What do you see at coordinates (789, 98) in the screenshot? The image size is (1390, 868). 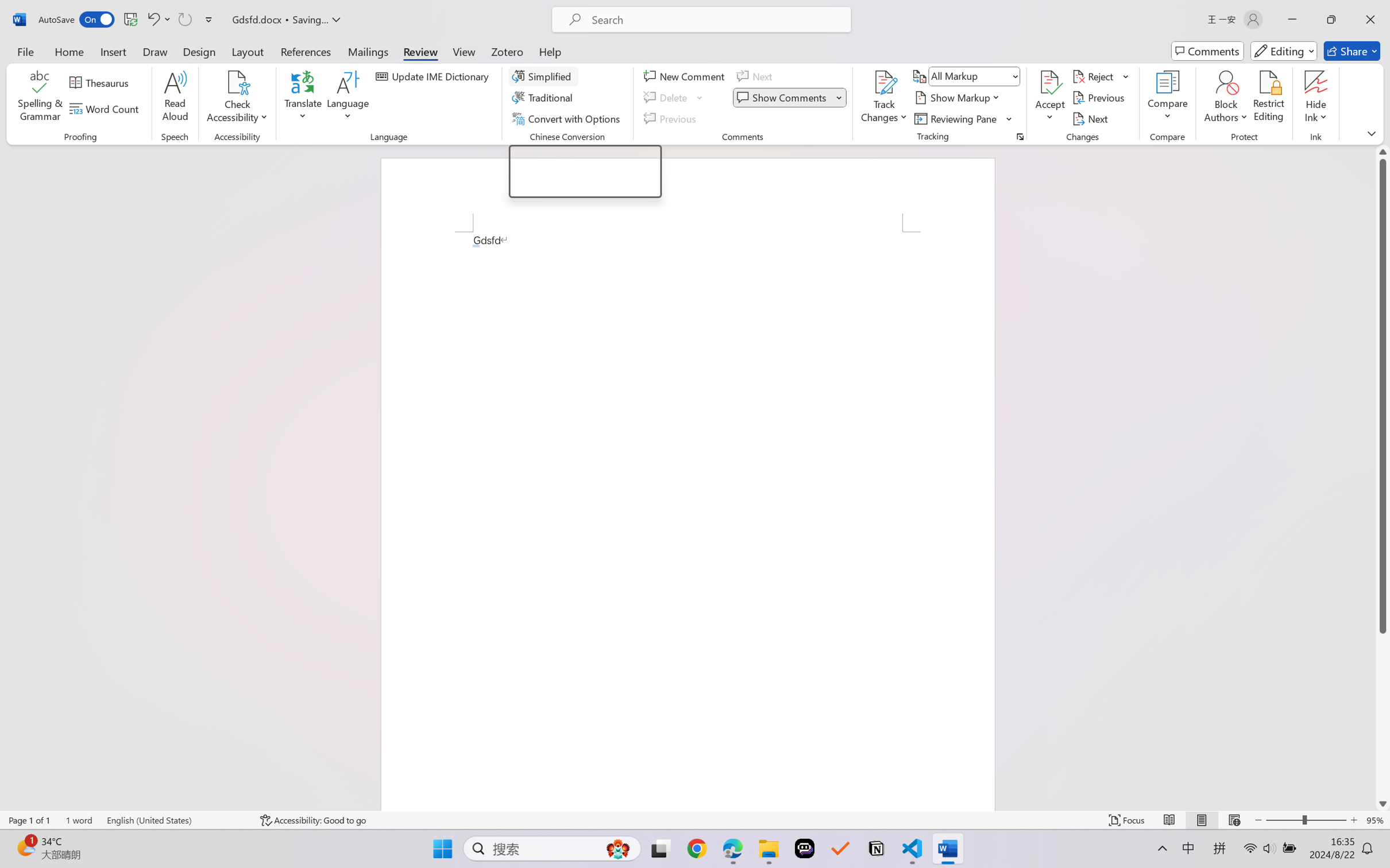 I see `'Show Comments'` at bounding box center [789, 98].